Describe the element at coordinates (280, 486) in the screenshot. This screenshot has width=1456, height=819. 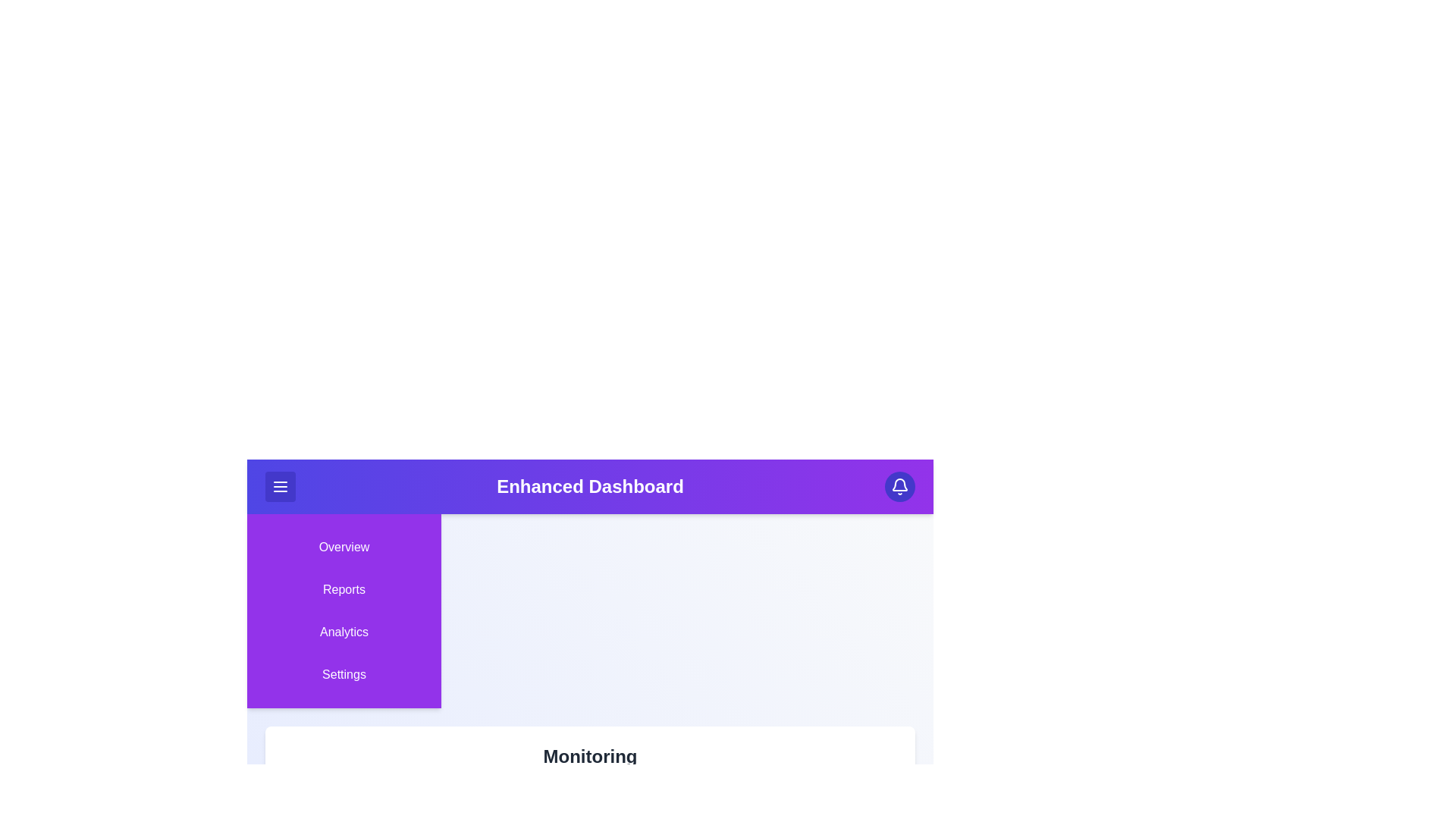
I see `button with the menu icon to toggle the sidebar visibility` at that location.